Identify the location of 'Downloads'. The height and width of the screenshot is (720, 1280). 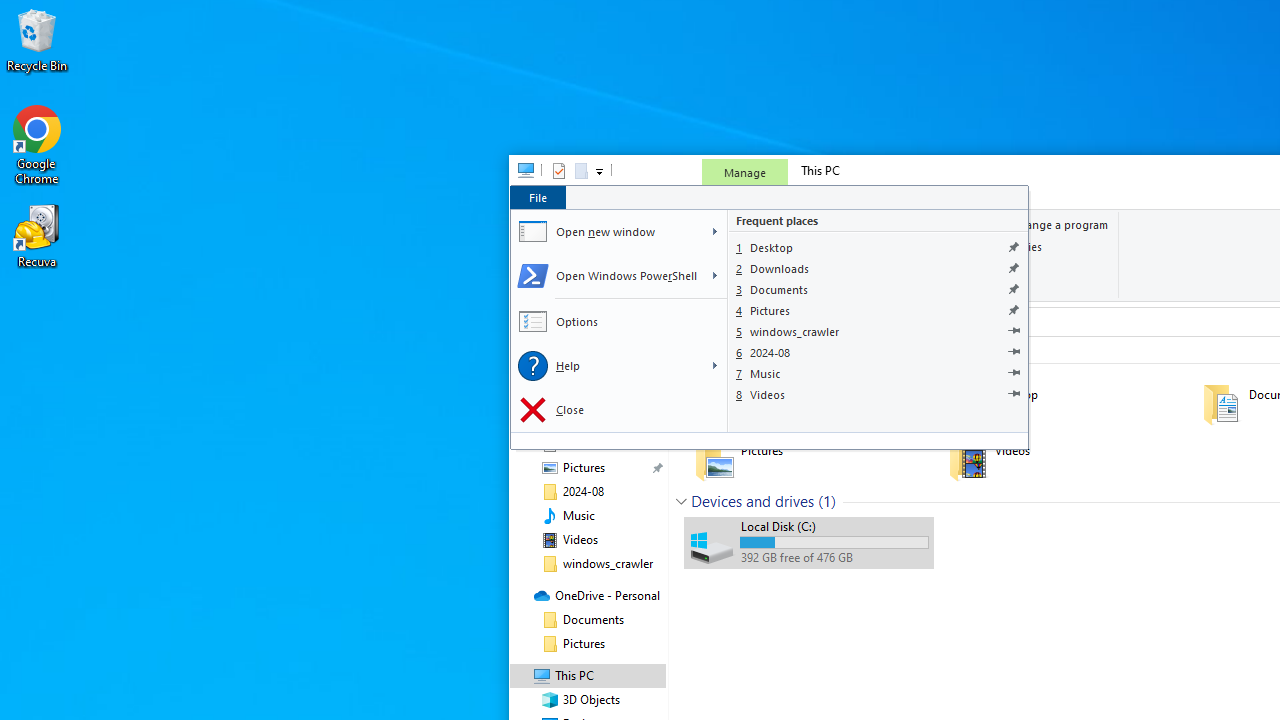
(878, 267).